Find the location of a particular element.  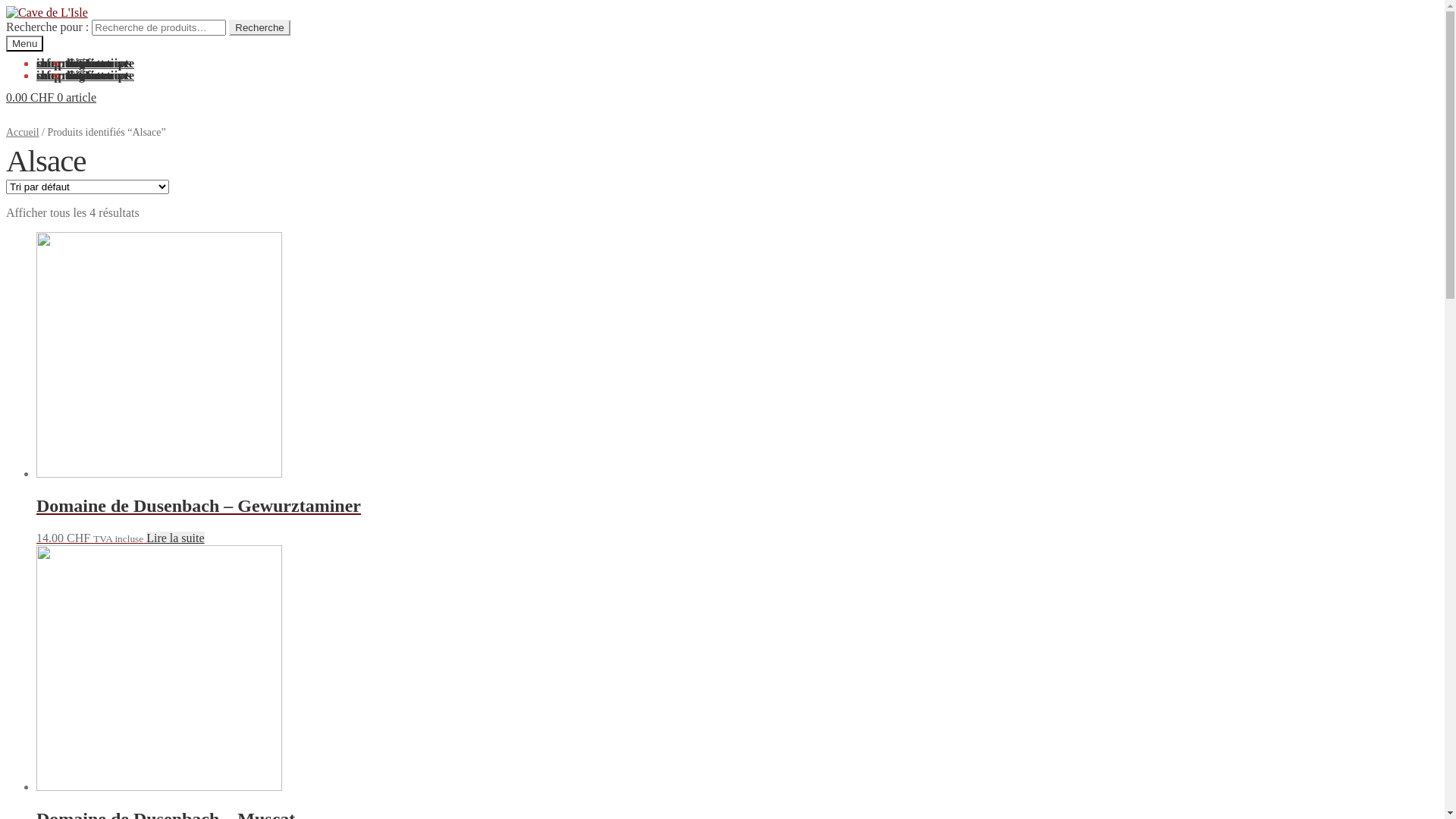

'vos favoris' is located at coordinates (93, 62).